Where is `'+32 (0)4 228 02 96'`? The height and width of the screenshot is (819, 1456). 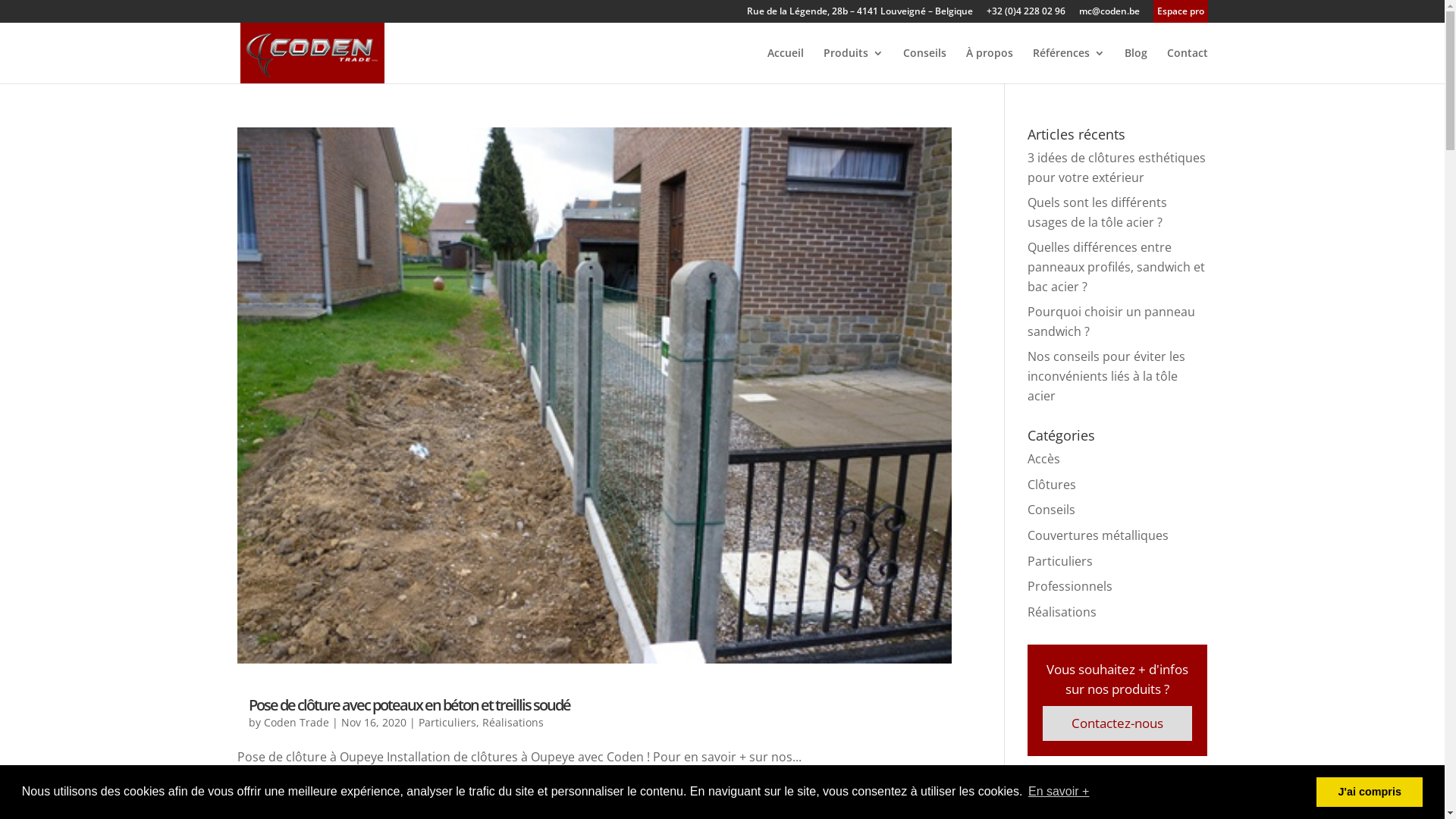
'+32 (0)4 228 02 96' is located at coordinates (1025, 14).